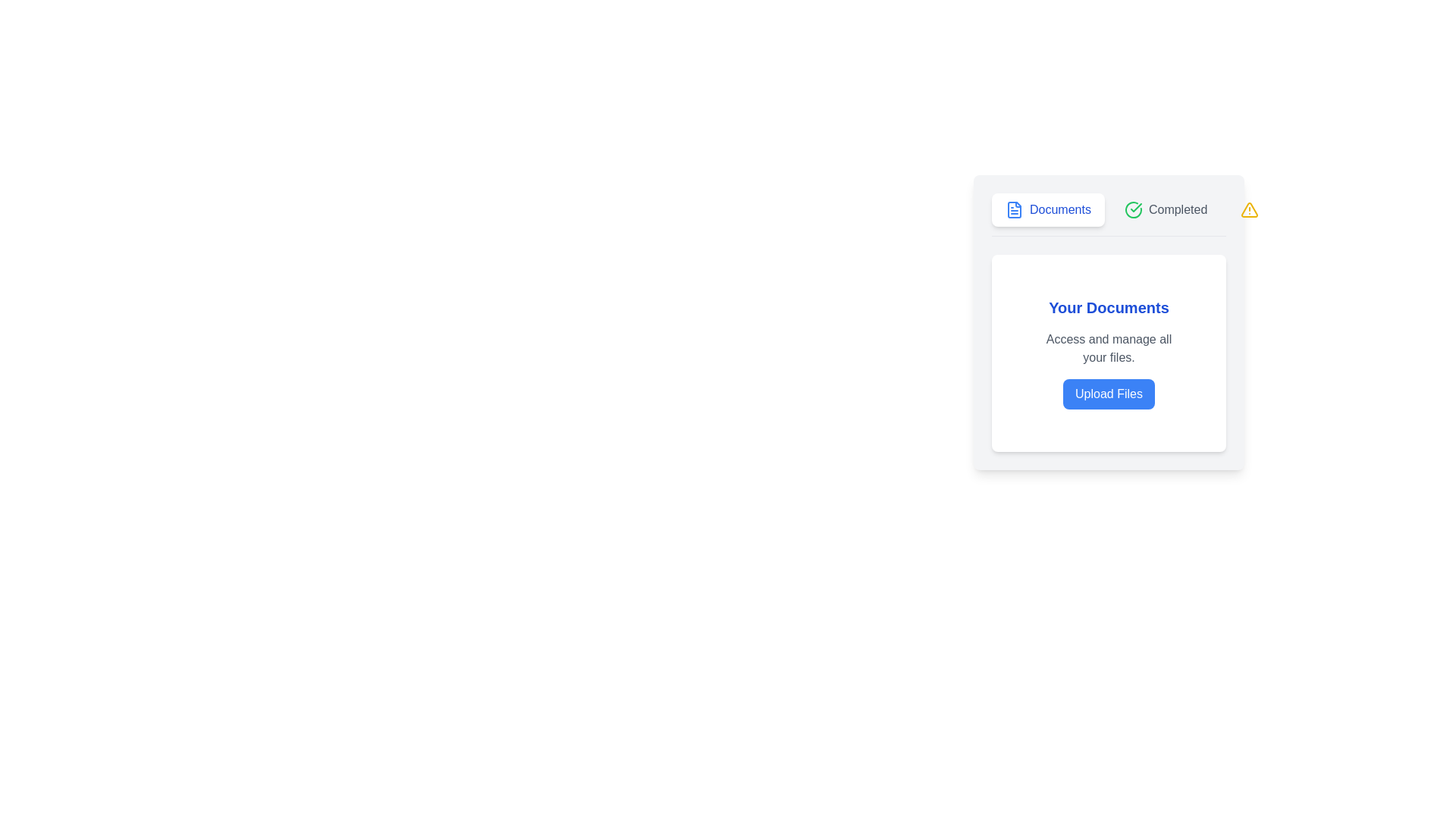  I want to click on the 'Alerts' button in the top-right of the menu bar, so click(1268, 210).